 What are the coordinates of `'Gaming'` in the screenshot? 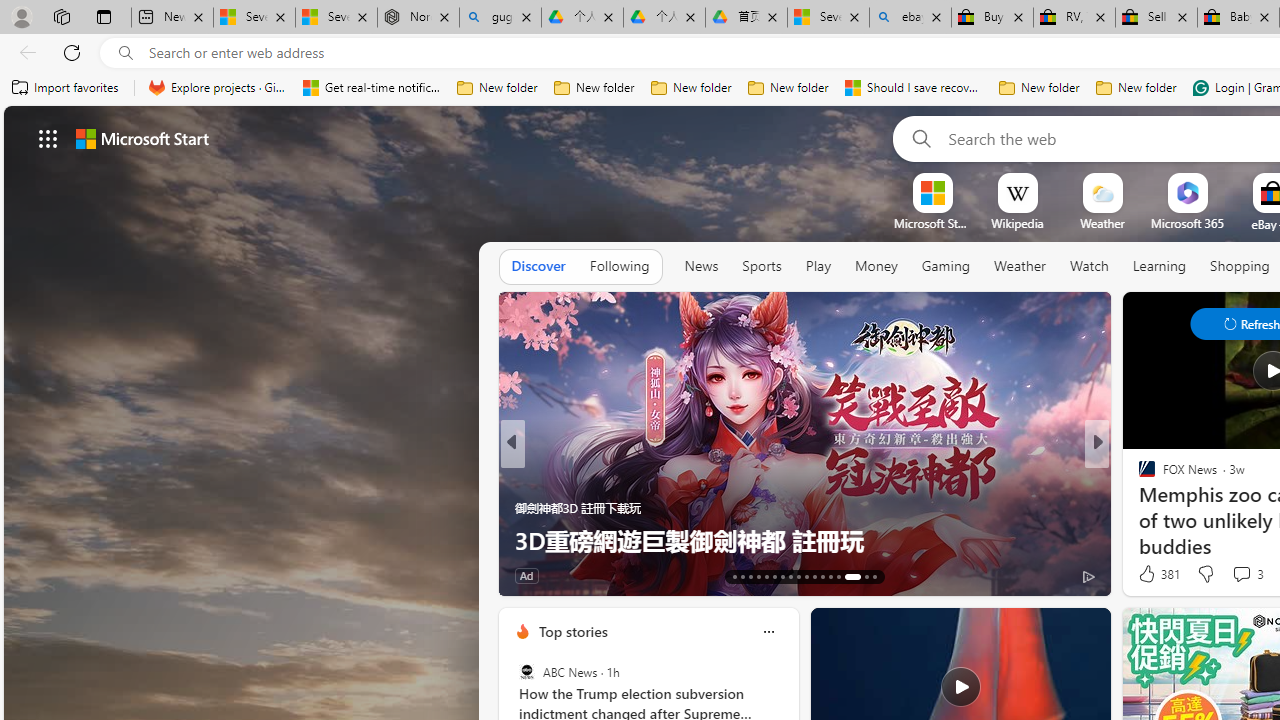 It's located at (944, 266).